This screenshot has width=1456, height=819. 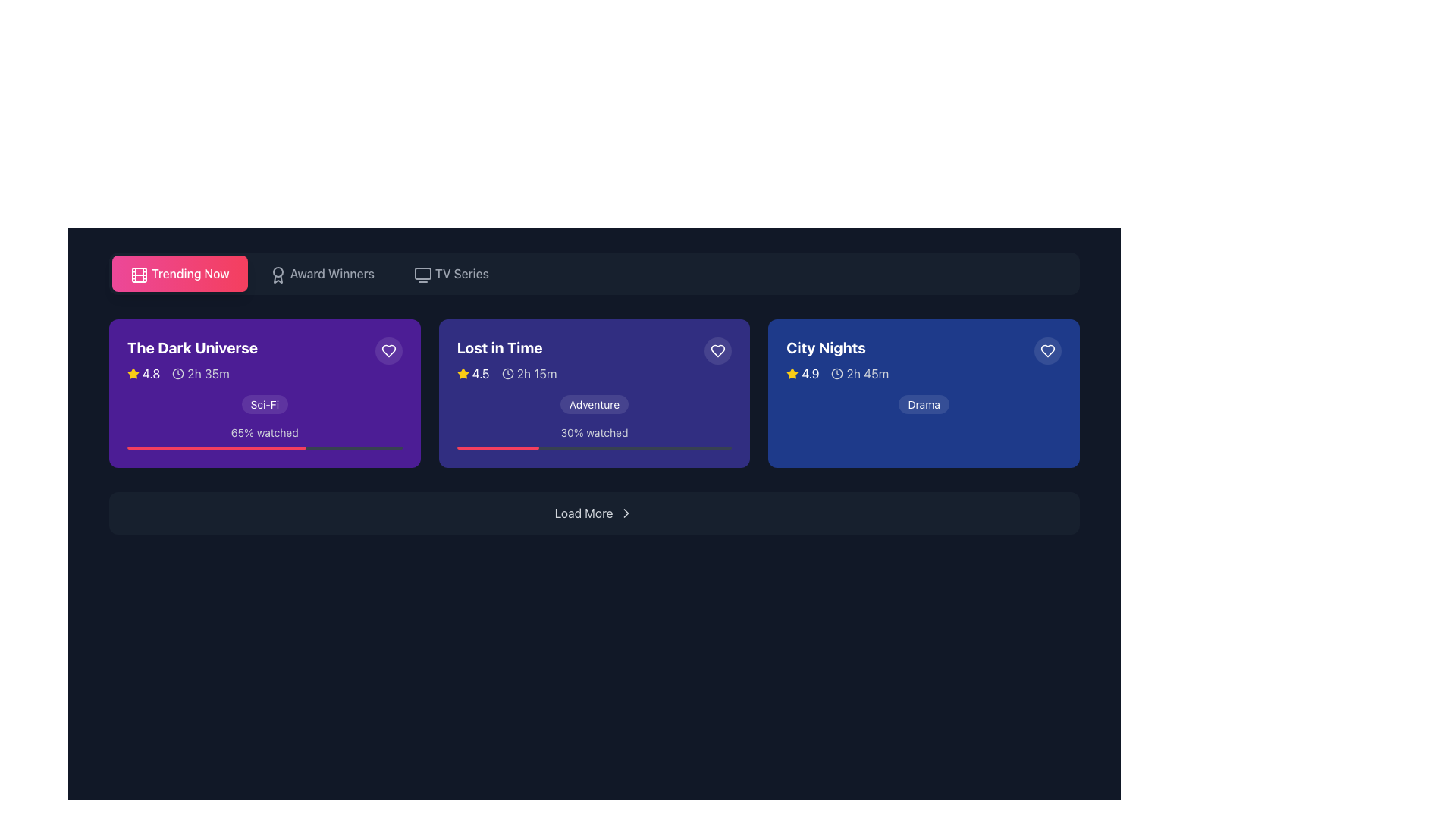 What do you see at coordinates (180, 274) in the screenshot?
I see `the 'Trending Now' button located at the top left of the navigation options to activate hover effects` at bounding box center [180, 274].